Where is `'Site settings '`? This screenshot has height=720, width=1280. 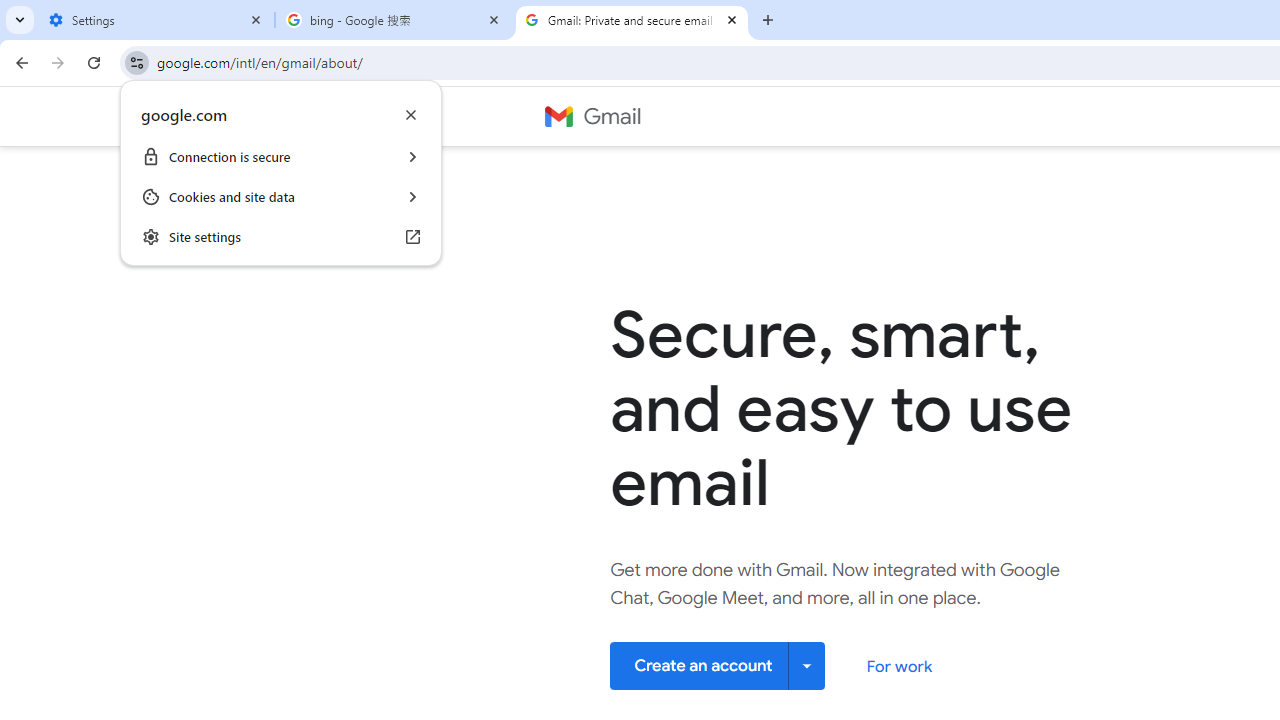
'Site settings ' is located at coordinates (280, 235).